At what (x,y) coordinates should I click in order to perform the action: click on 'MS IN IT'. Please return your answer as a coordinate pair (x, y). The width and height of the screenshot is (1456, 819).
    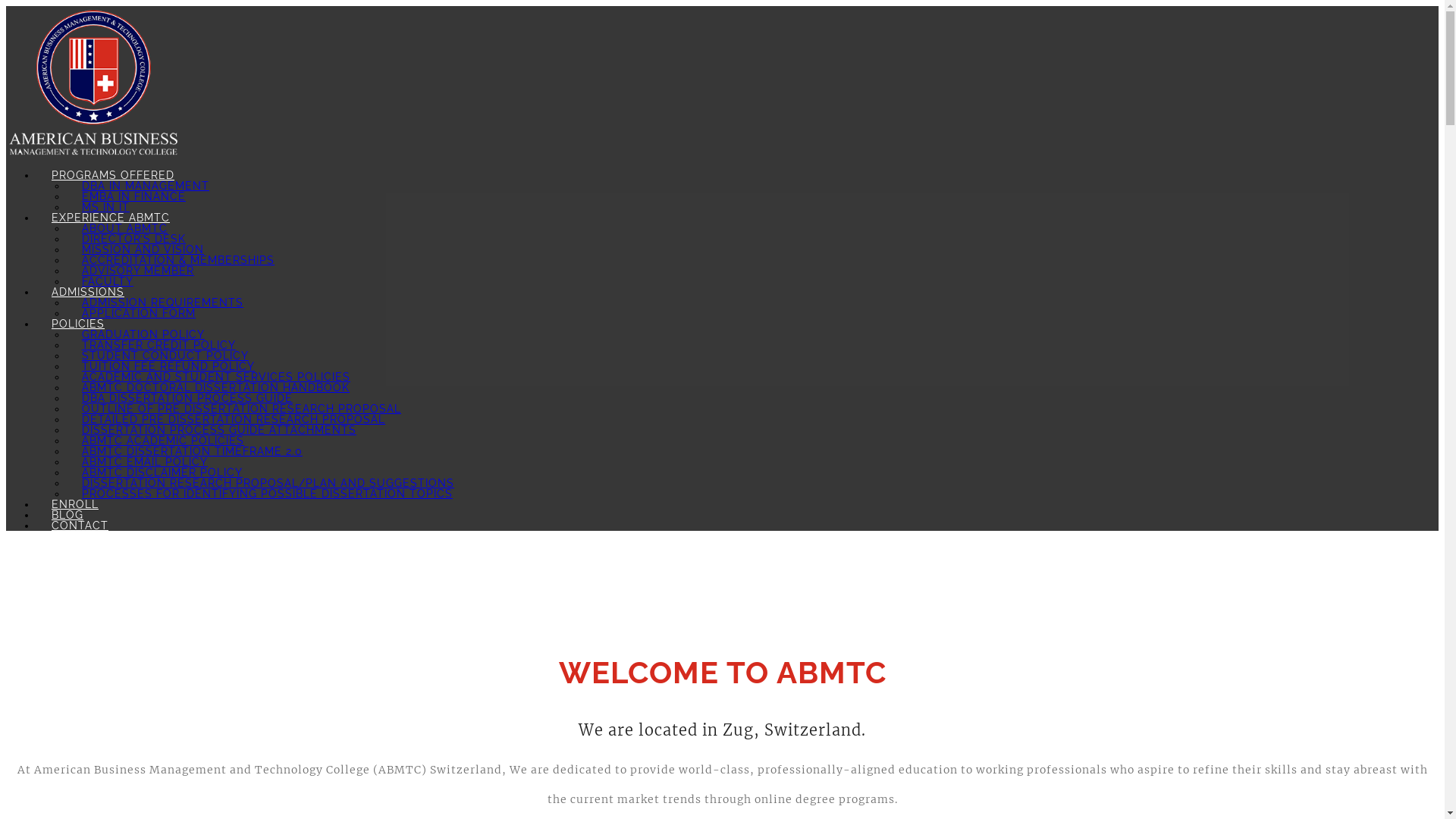
    Looking at the image, I should click on (105, 207).